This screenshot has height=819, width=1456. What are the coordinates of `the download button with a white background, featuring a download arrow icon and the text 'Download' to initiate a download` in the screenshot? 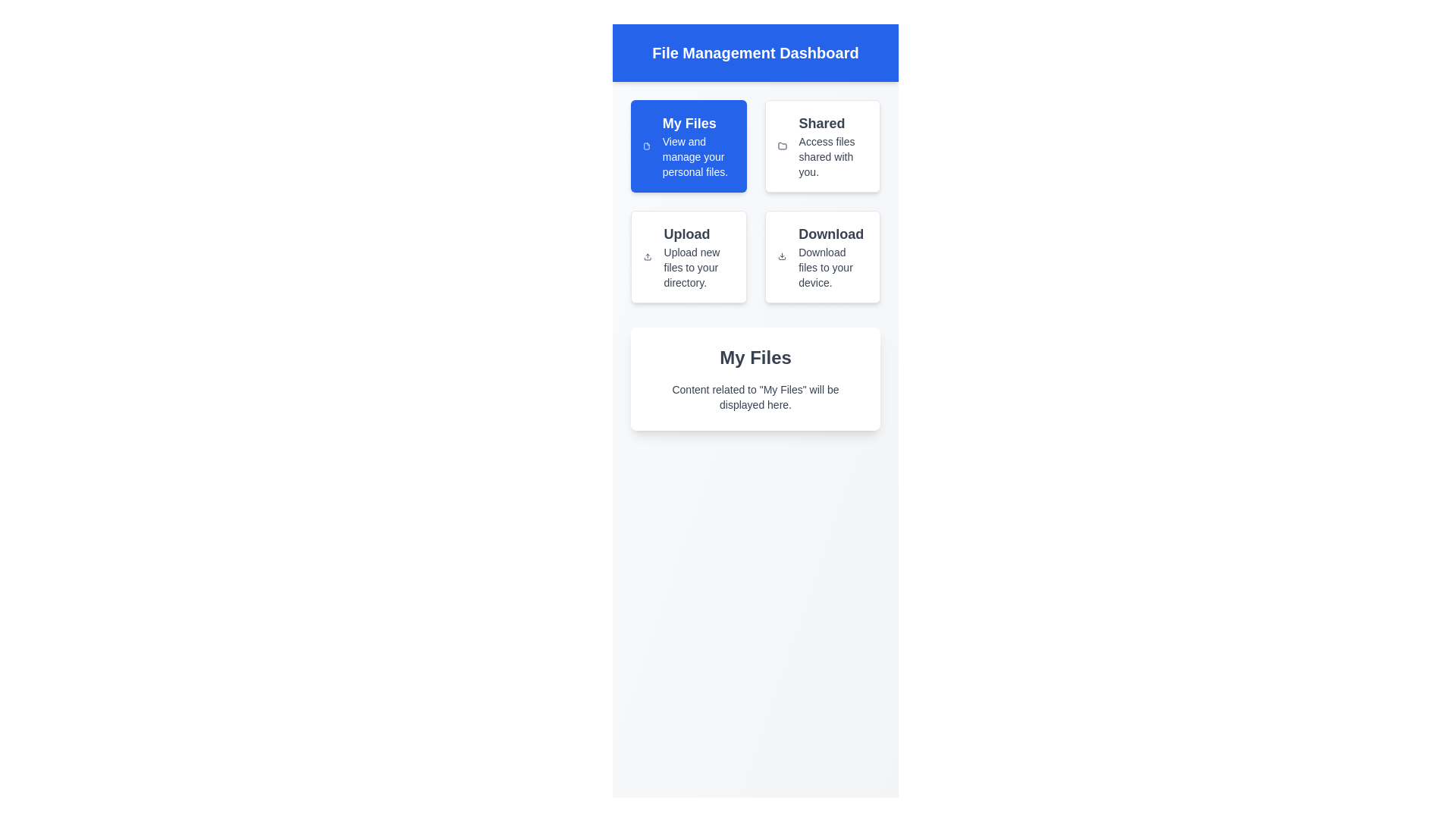 It's located at (821, 256).